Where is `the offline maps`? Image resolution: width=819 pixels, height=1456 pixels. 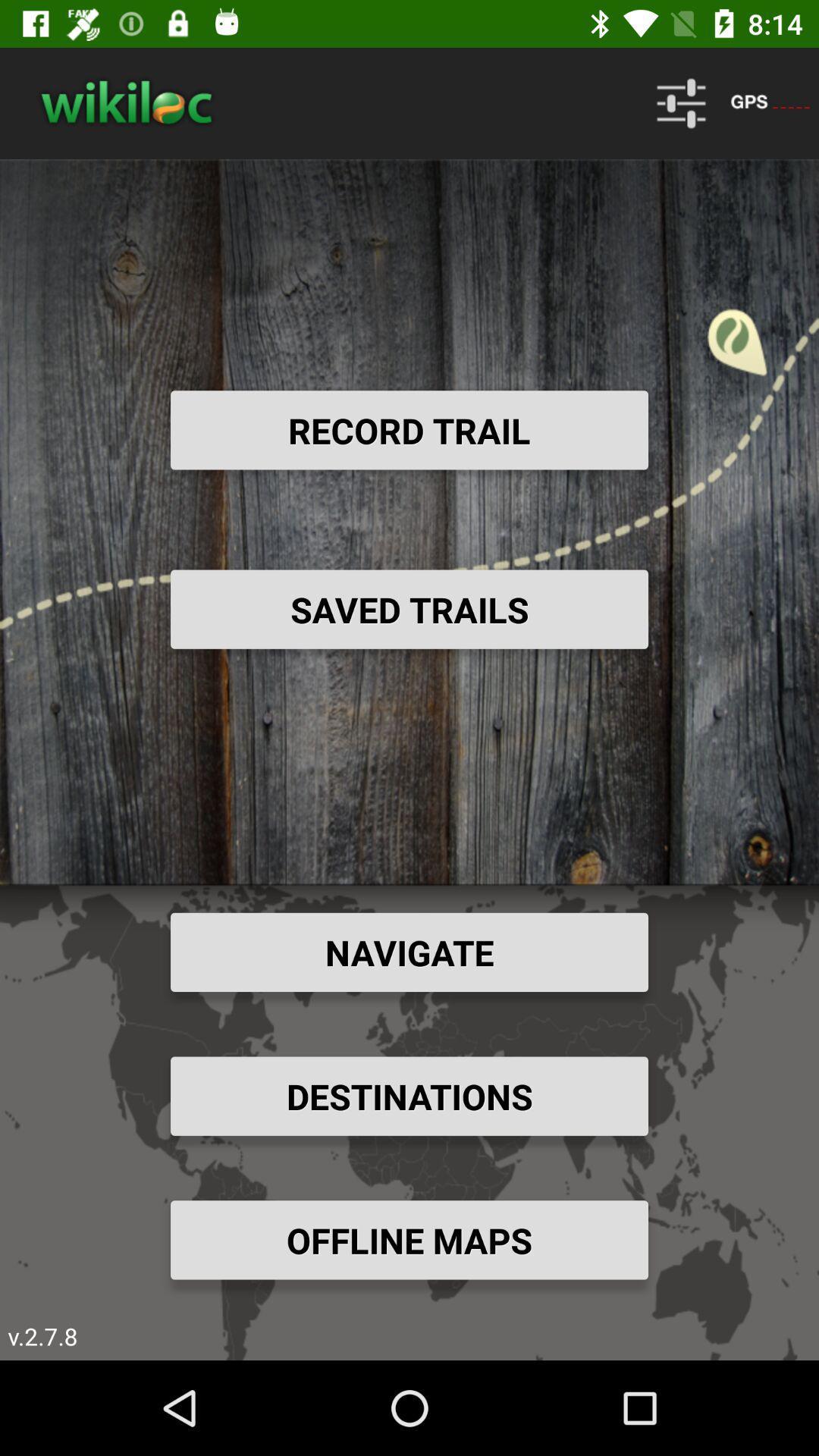 the offline maps is located at coordinates (409, 1240).